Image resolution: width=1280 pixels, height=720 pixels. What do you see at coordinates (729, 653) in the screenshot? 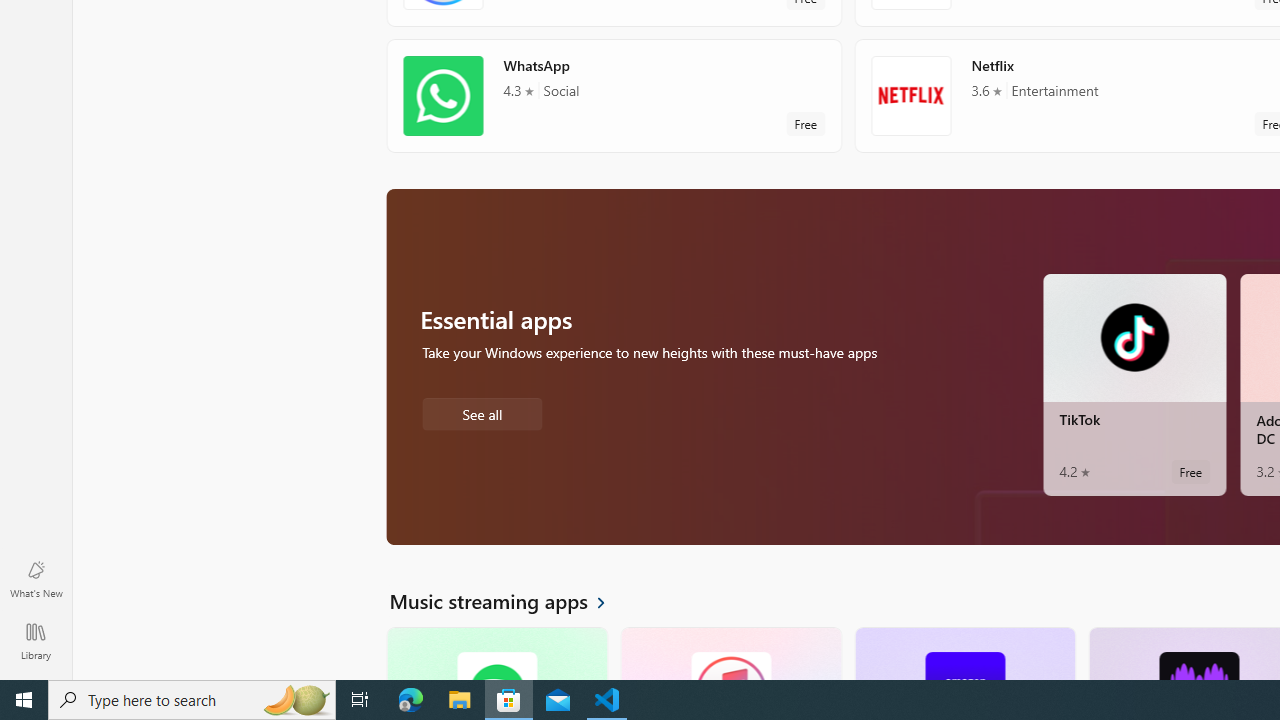
I see `'iTunes. Average rating of 2.5 out of five stars. Free  '` at bounding box center [729, 653].